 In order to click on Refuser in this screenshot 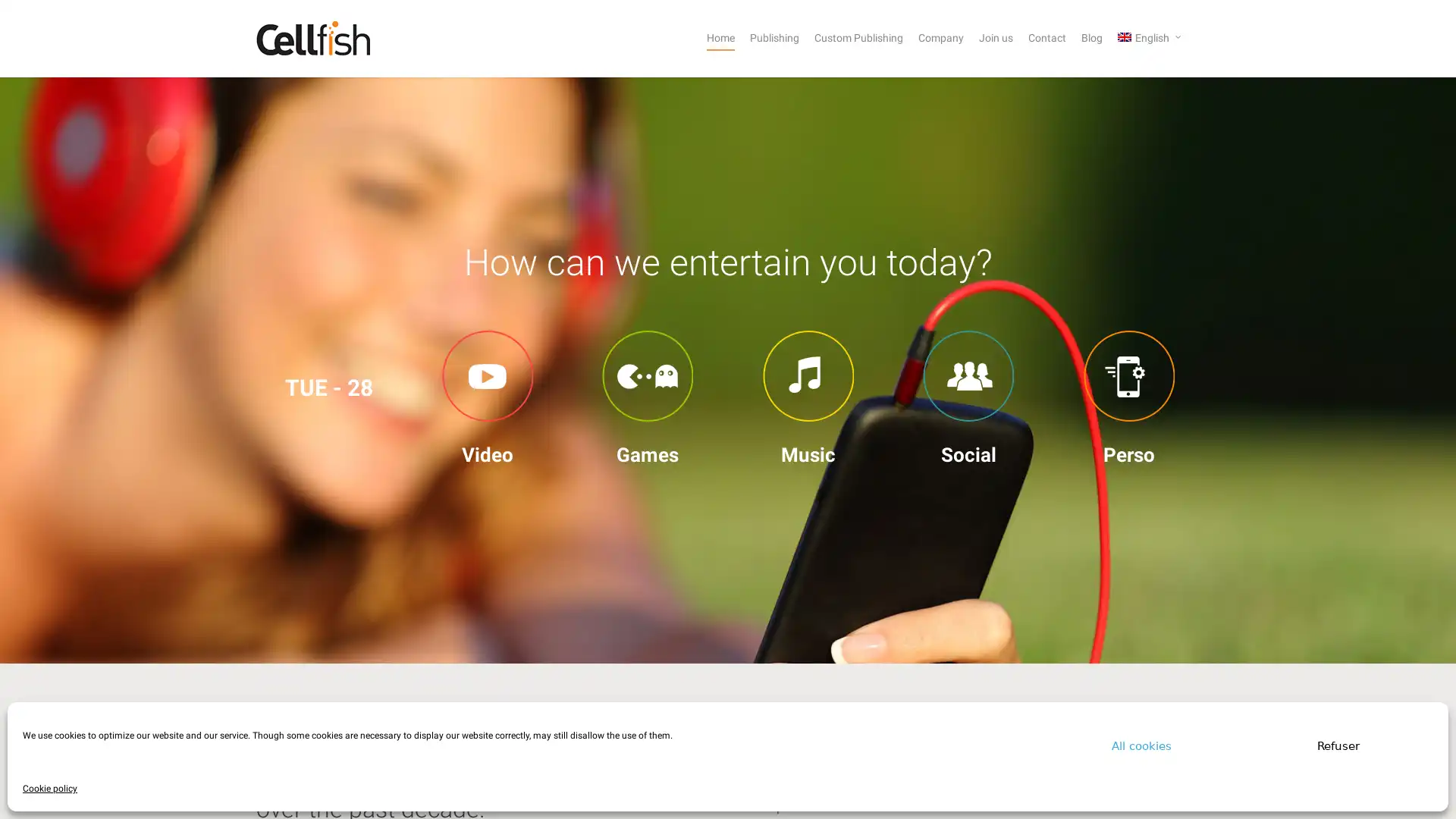, I will do `click(1338, 745)`.